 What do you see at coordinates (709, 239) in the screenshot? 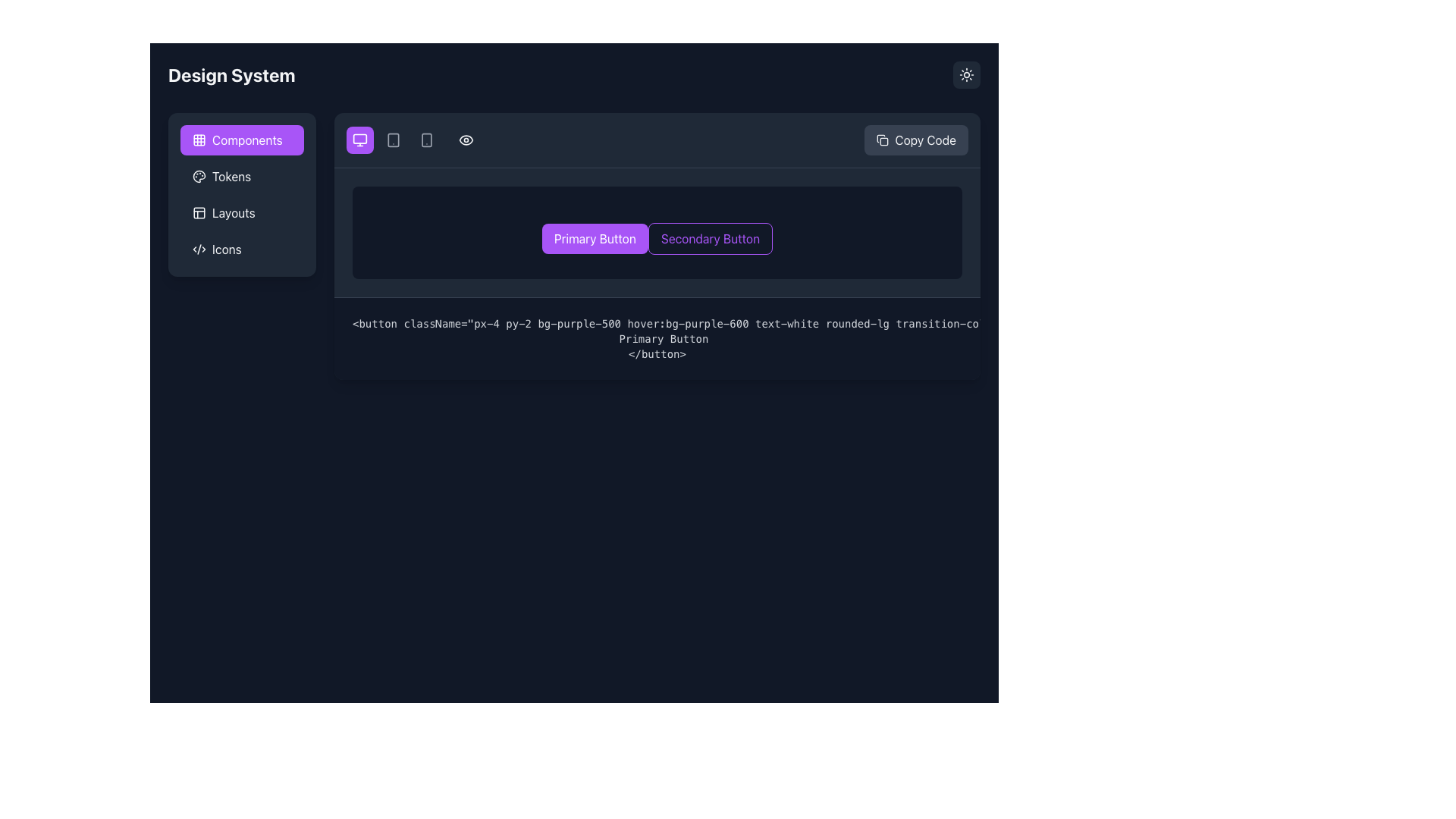
I see `the 'Secondary Button', which is a rectangular button with a purple border and white background, located slightly to the right of the 'Primary Button'` at bounding box center [709, 239].